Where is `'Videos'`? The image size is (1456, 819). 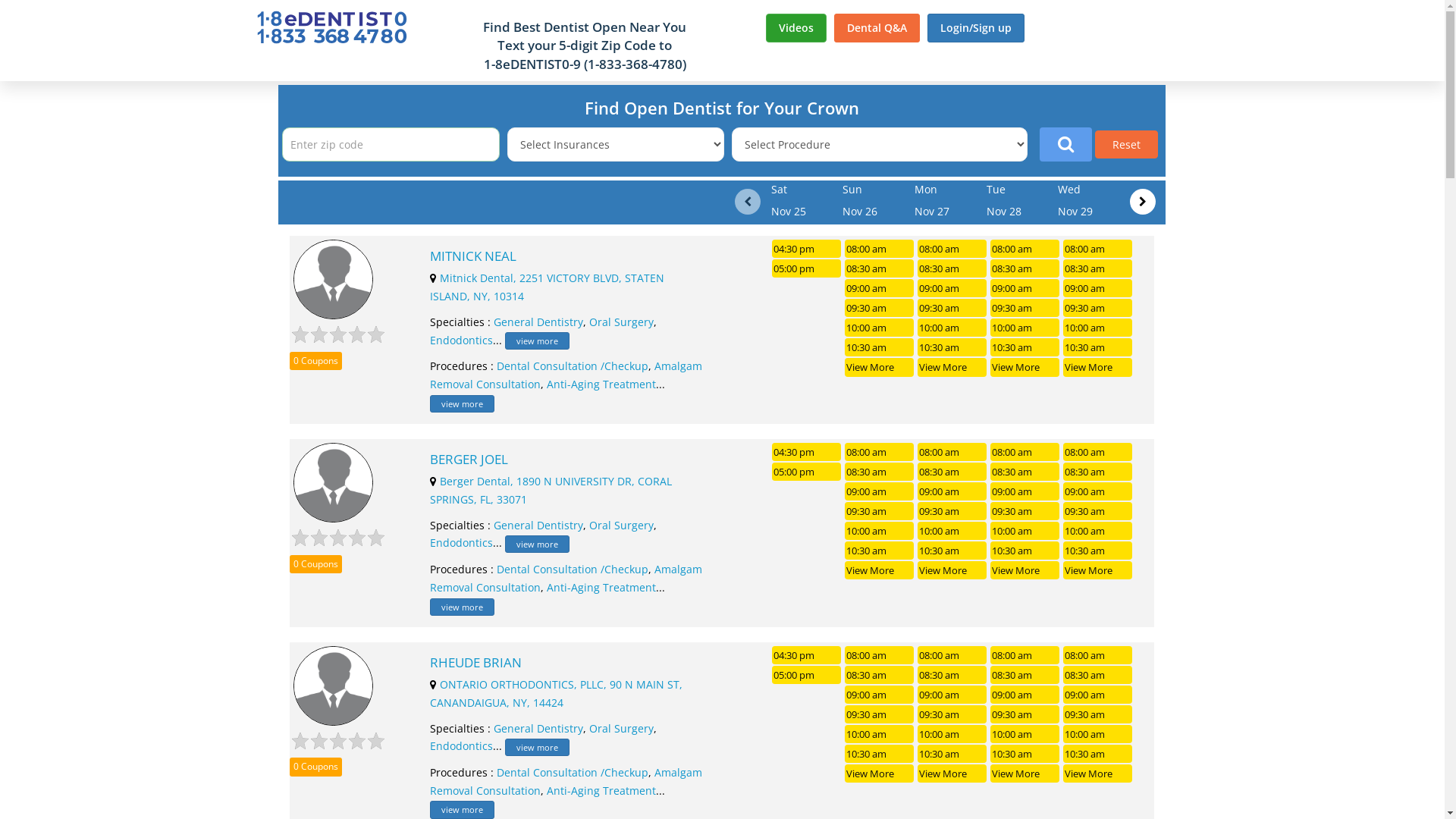 'Videos' is located at coordinates (795, 28).